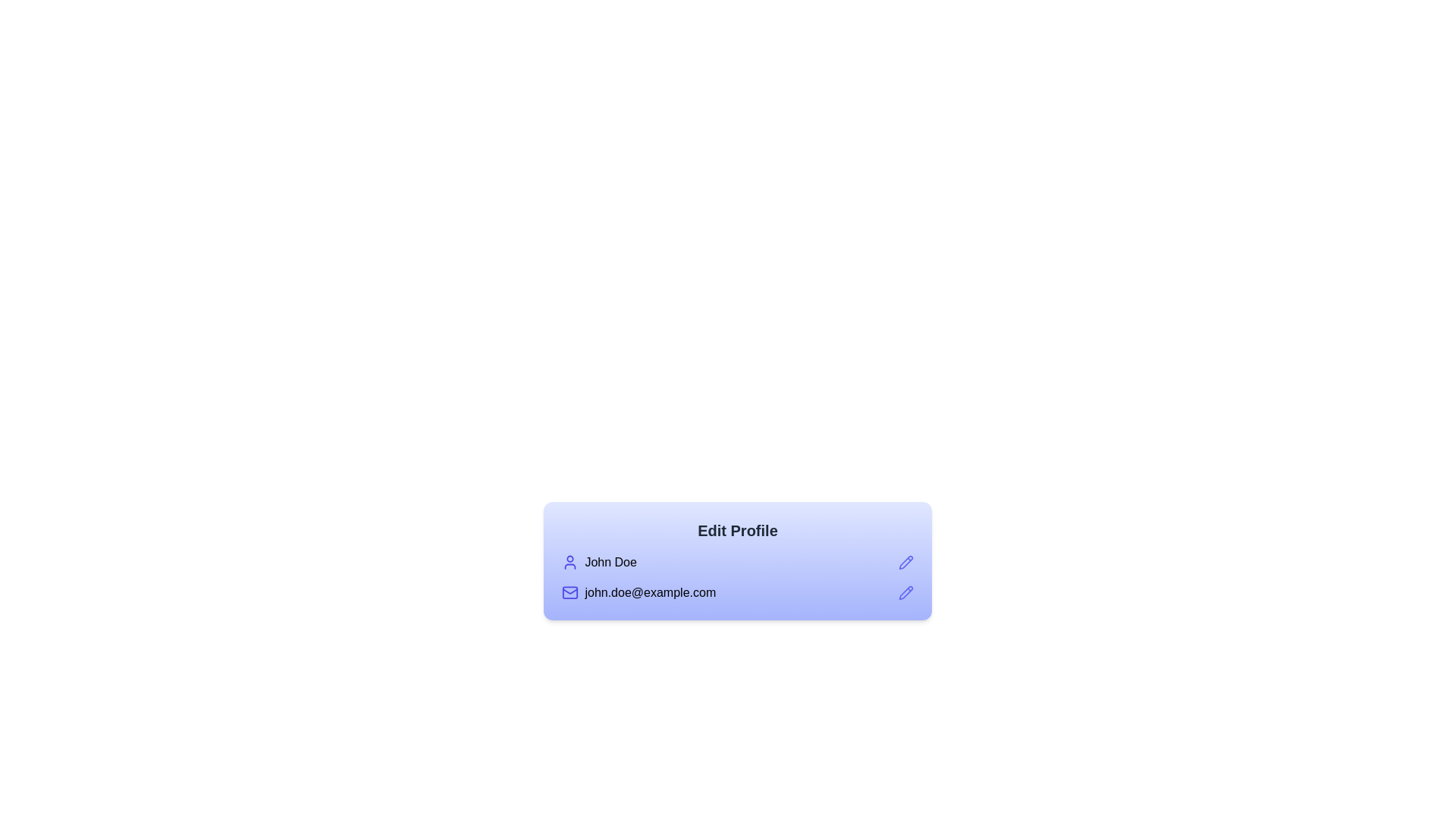  I want to click on the visual state of the email icon located below the 'John Doe' text and to the left of the email address 'john.doe@example.com', so click(570, 592).